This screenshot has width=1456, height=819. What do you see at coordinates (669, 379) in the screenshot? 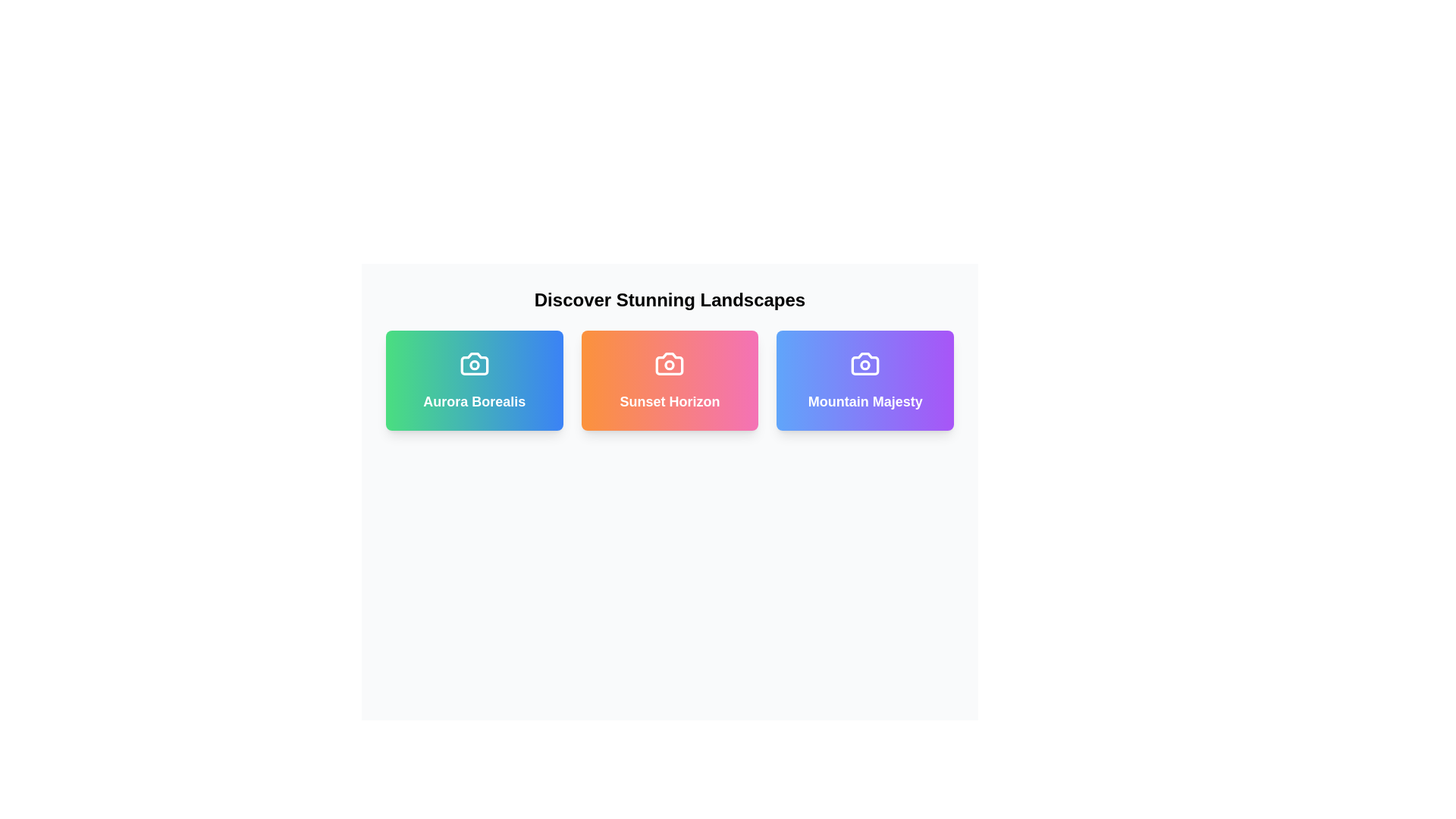
I see `the 'Sunset Horizon' card` at bounding box center [669, 379].